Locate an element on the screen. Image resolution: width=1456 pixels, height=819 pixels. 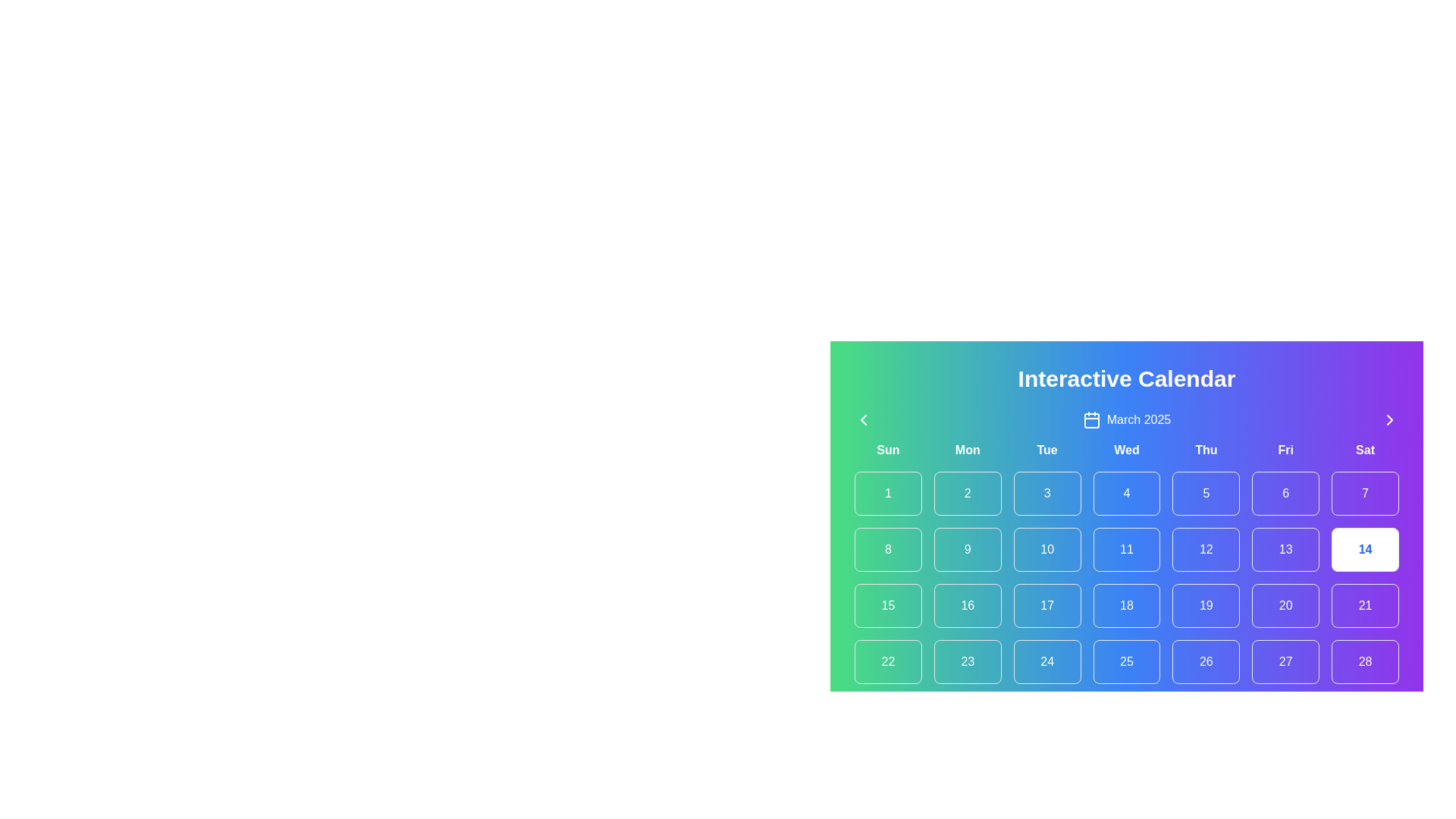
the small calendar icon located to the left of the text 'March 2025' in the header section of the calendar interface is located at coordinates (1090, 420).